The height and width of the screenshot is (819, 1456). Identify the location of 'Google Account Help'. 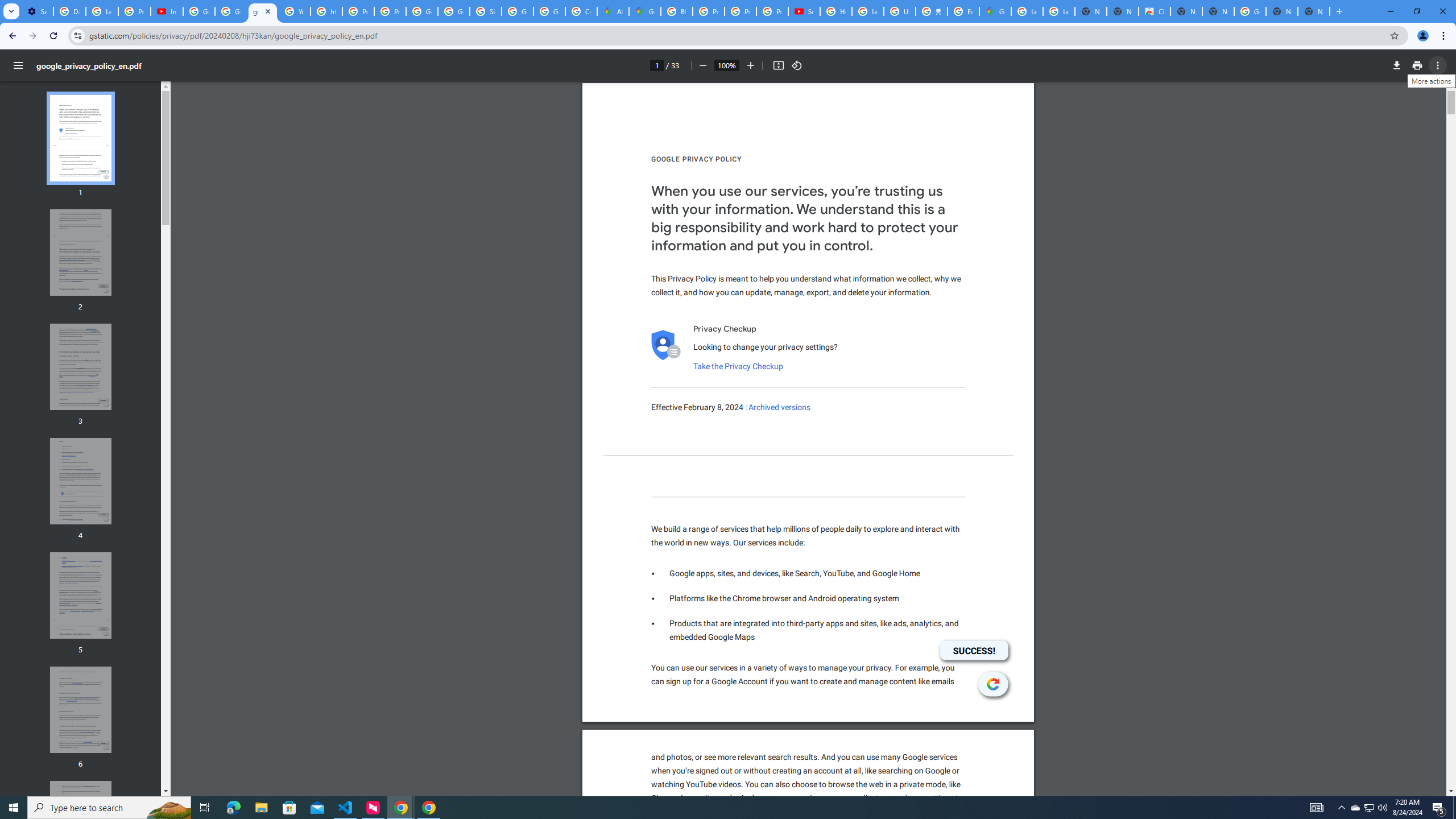
(198, 11).